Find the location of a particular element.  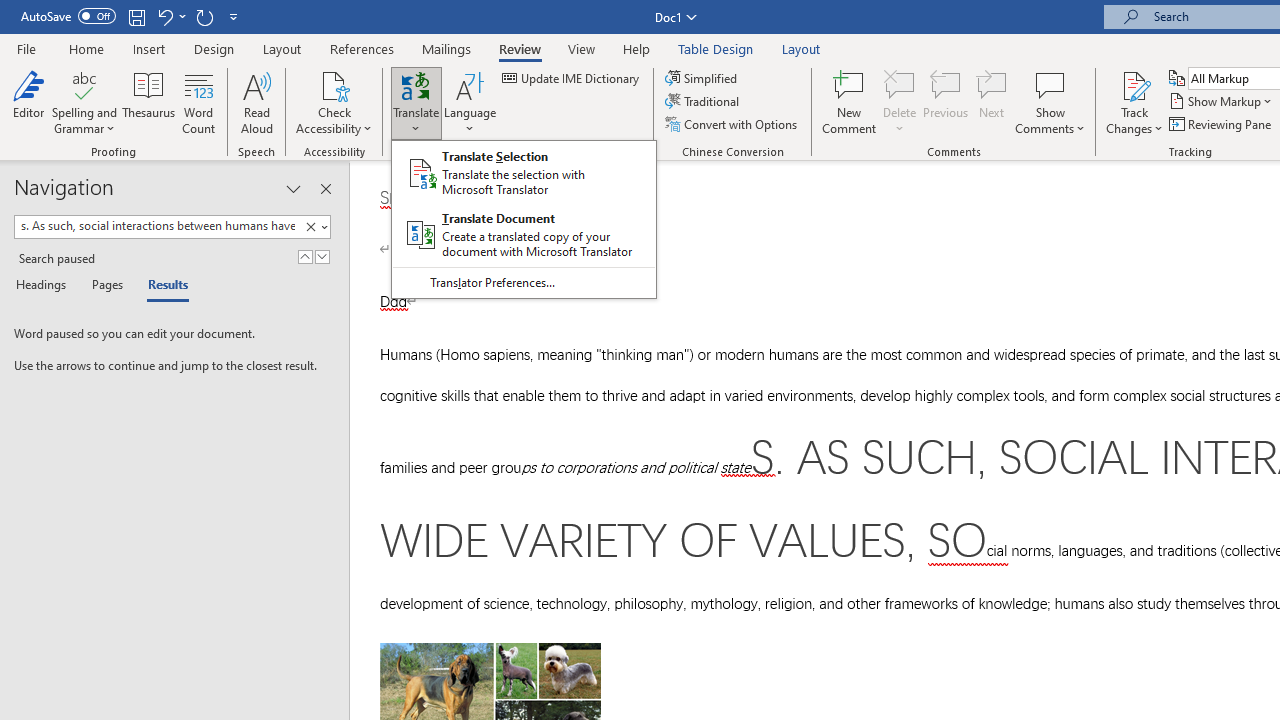

'Track Changes' is located at coordinates (1134, 103).